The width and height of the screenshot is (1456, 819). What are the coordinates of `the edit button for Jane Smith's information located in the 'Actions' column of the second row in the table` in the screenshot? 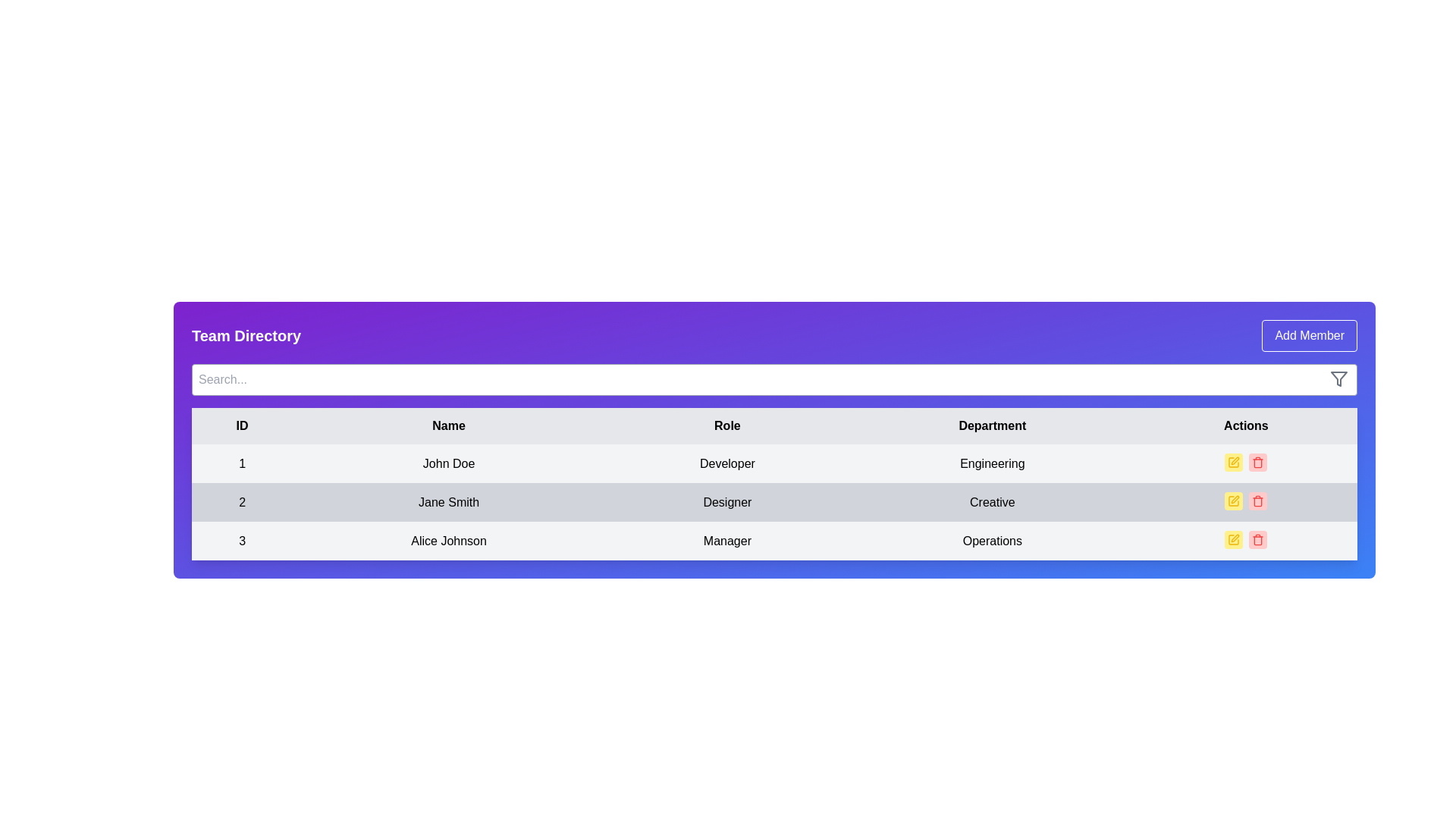 It's located at (1234, 500).